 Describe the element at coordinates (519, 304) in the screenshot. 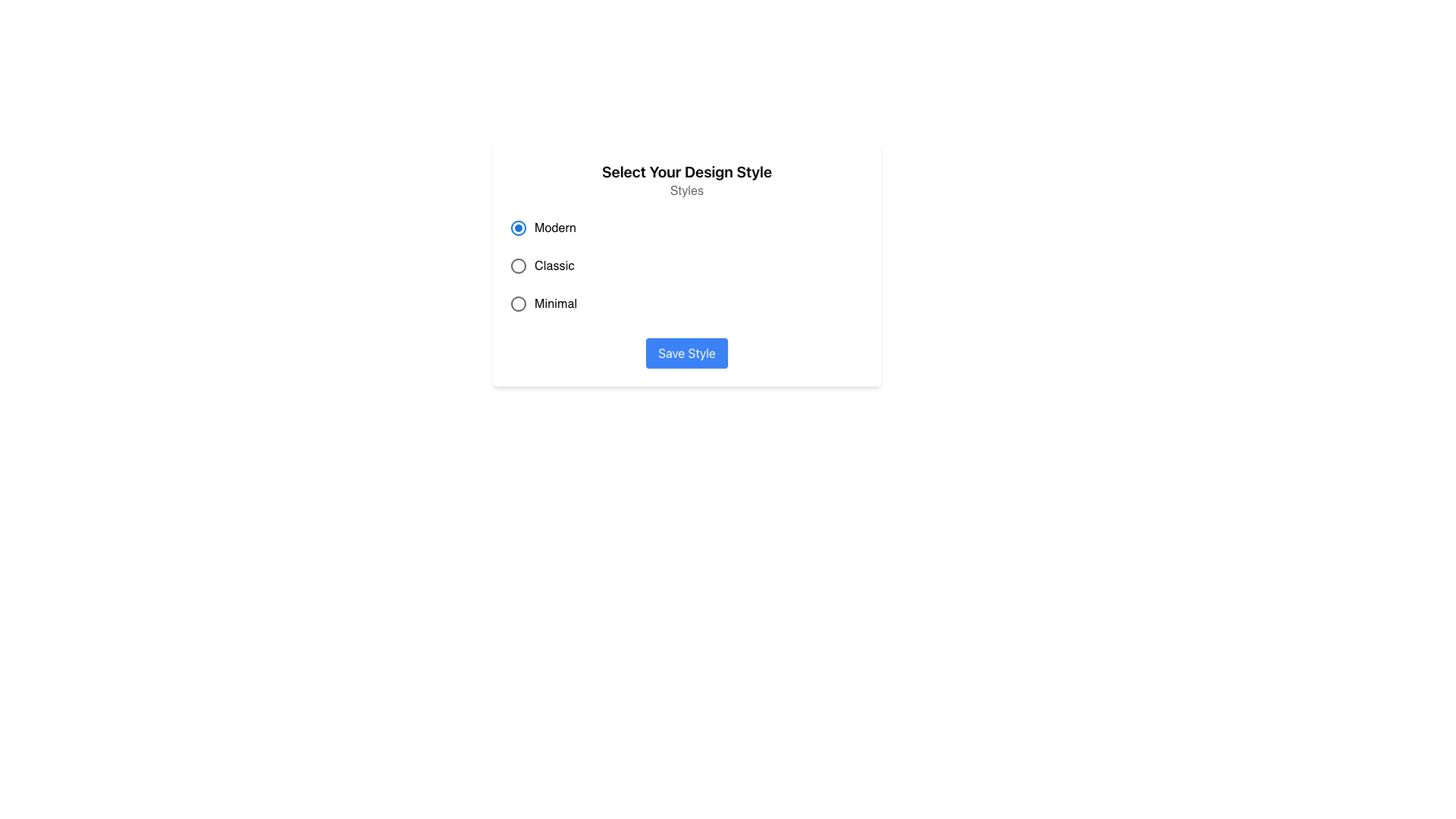

I see `the radio button indicator for the 'Minimal' option` at that location.